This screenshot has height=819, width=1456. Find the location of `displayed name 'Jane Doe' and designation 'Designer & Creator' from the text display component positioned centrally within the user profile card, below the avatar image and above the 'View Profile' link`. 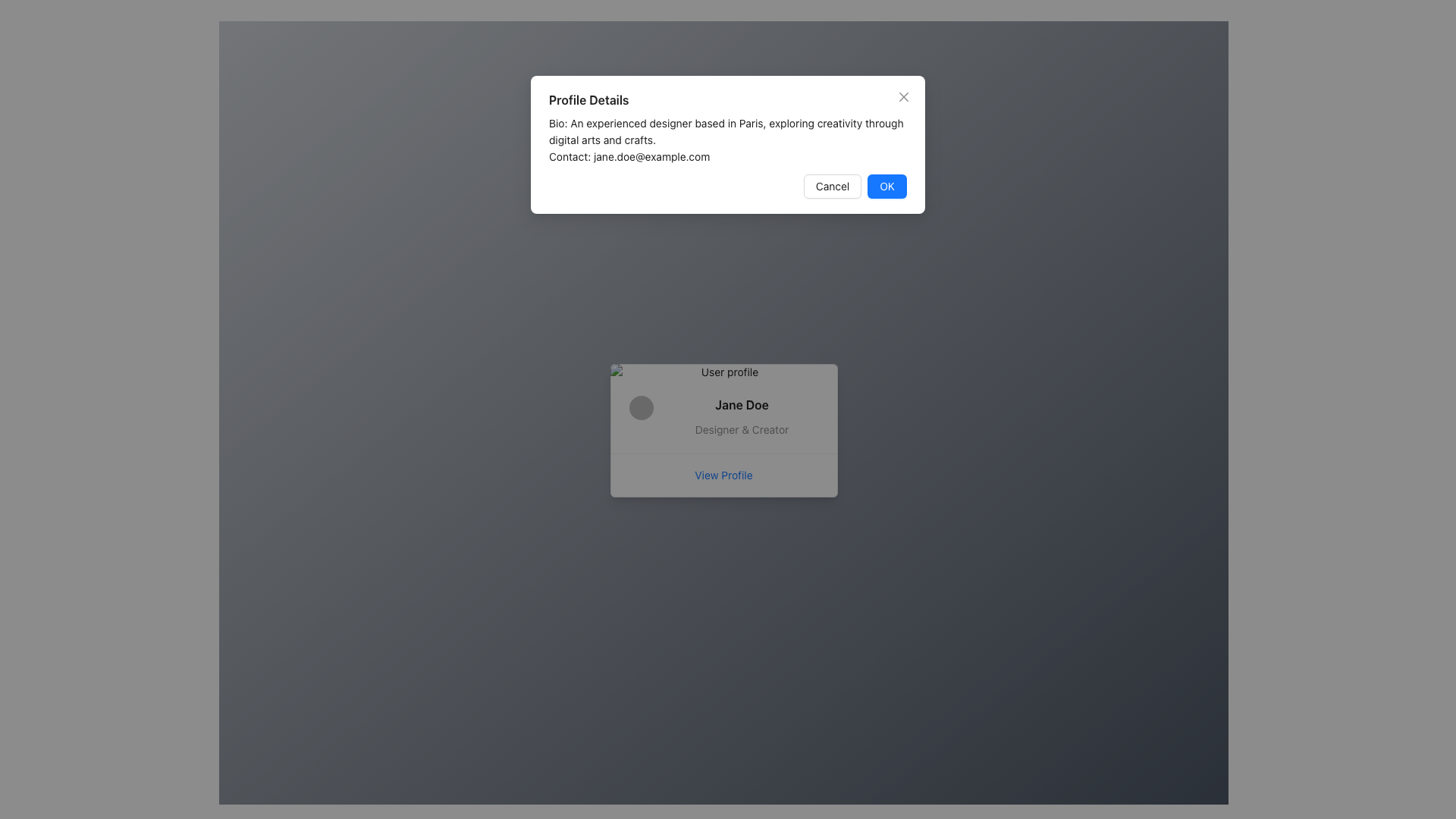

displayed name 'Jane Doe' and designation 'Designer & Creator' from the text display component positioned centrally within the user profile card, below the avatar image and above the 'View Profile' link is located at coordinates (723, 416).